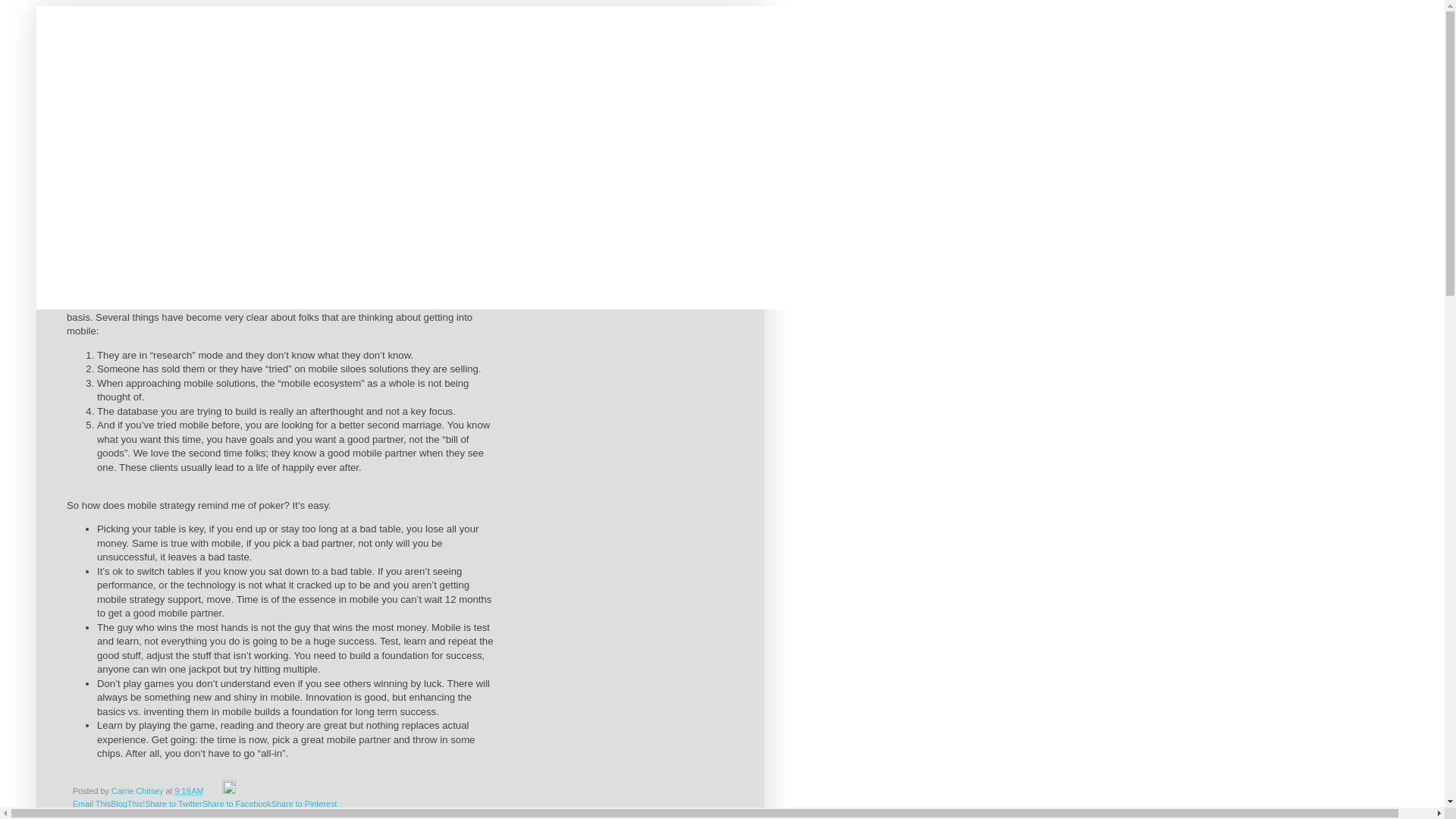 The image size is (1456, 819). What do you see at coordinates (127, 803) in the screenshot?
I see `'BlogThis!'` at bounding box center [127, 803].